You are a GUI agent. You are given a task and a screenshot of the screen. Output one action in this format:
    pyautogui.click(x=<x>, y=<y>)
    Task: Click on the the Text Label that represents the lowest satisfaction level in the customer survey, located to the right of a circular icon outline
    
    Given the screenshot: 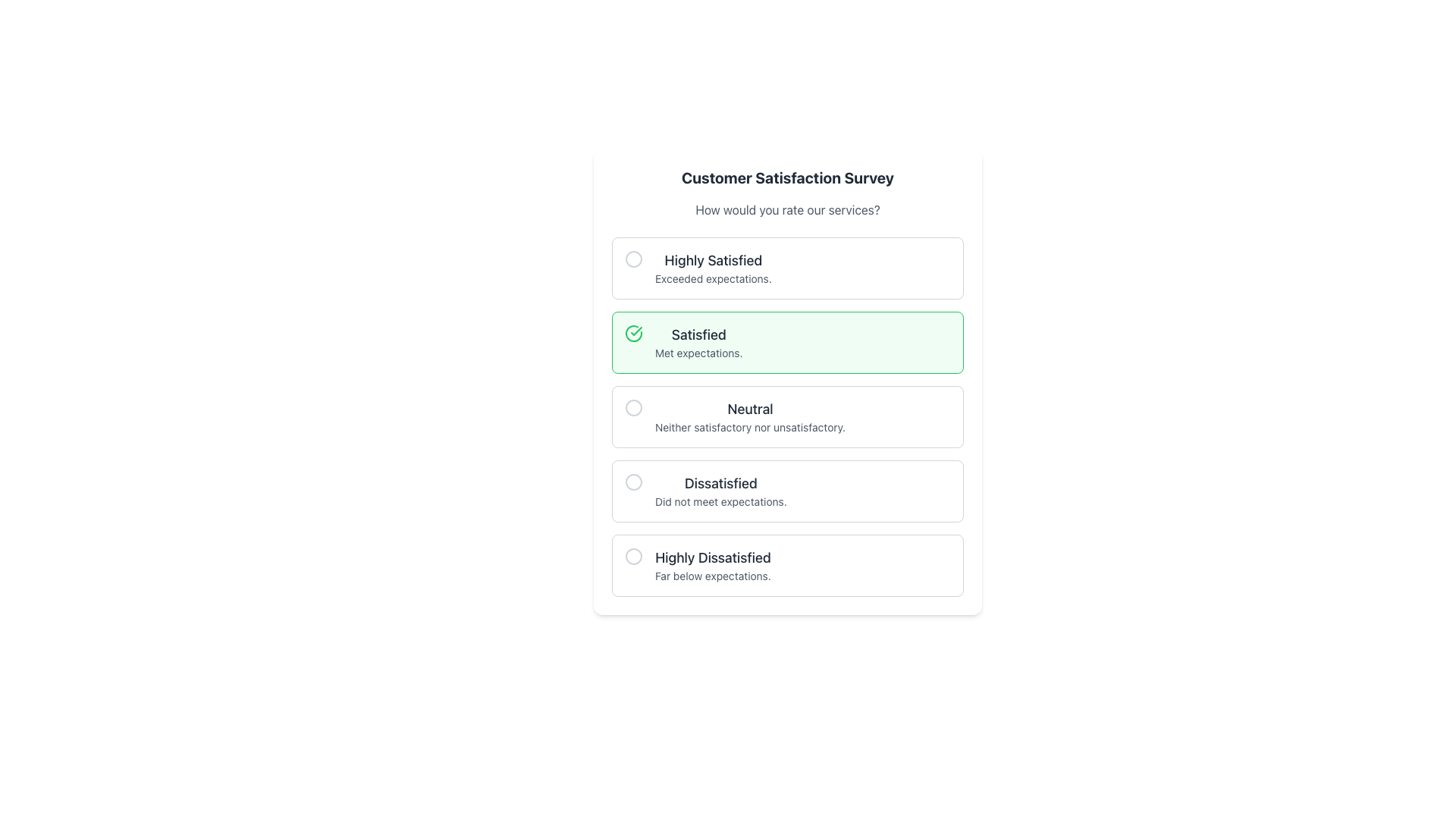 What is the action you would take?
    pyautogui.click(x=712, y=565)
    